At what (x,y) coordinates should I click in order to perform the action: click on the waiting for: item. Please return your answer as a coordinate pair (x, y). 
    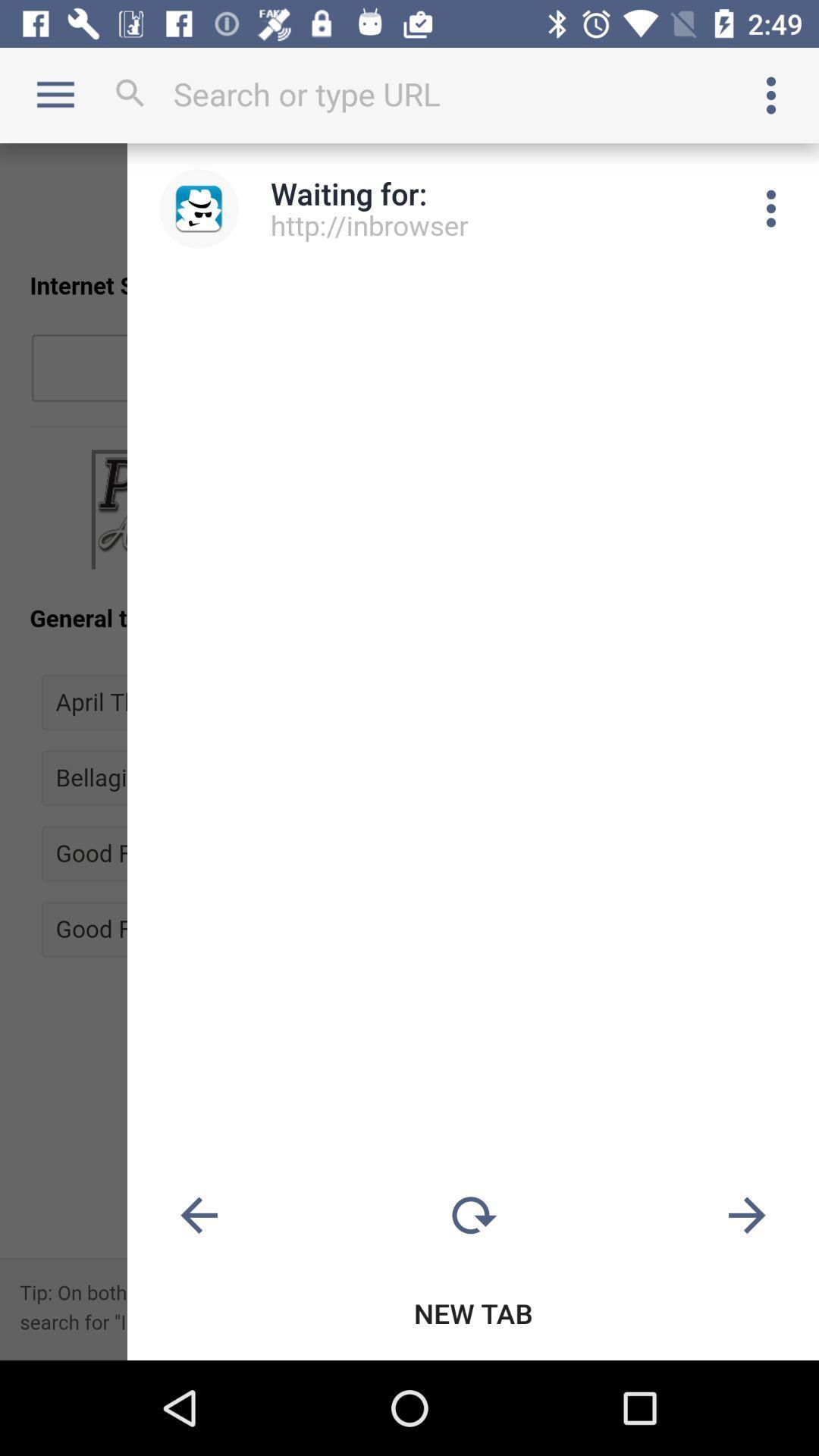
    Looking at the image, I should click on (349, 193).